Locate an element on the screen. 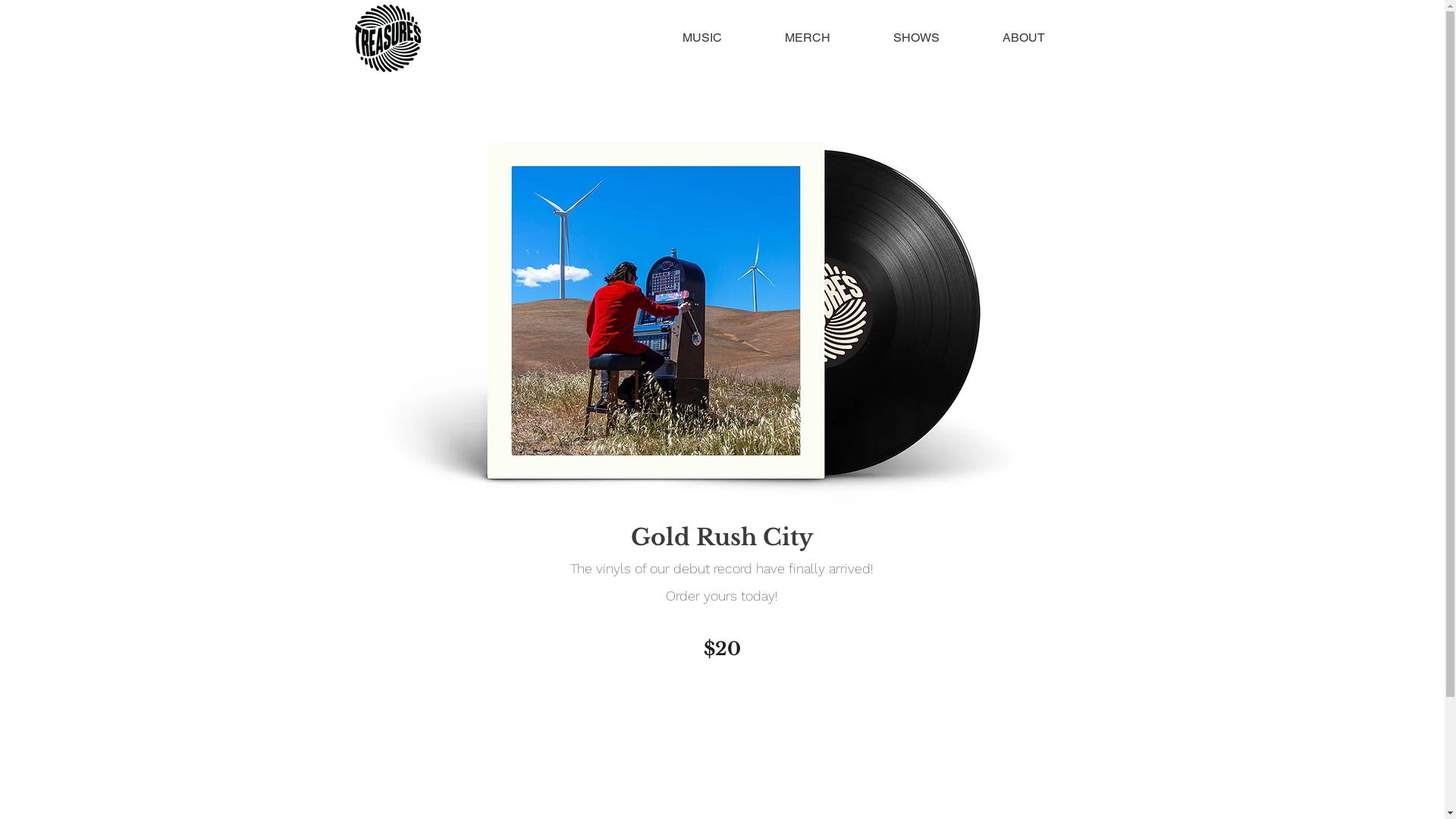  'ABOUT' is located at coordinates (1023, 37).